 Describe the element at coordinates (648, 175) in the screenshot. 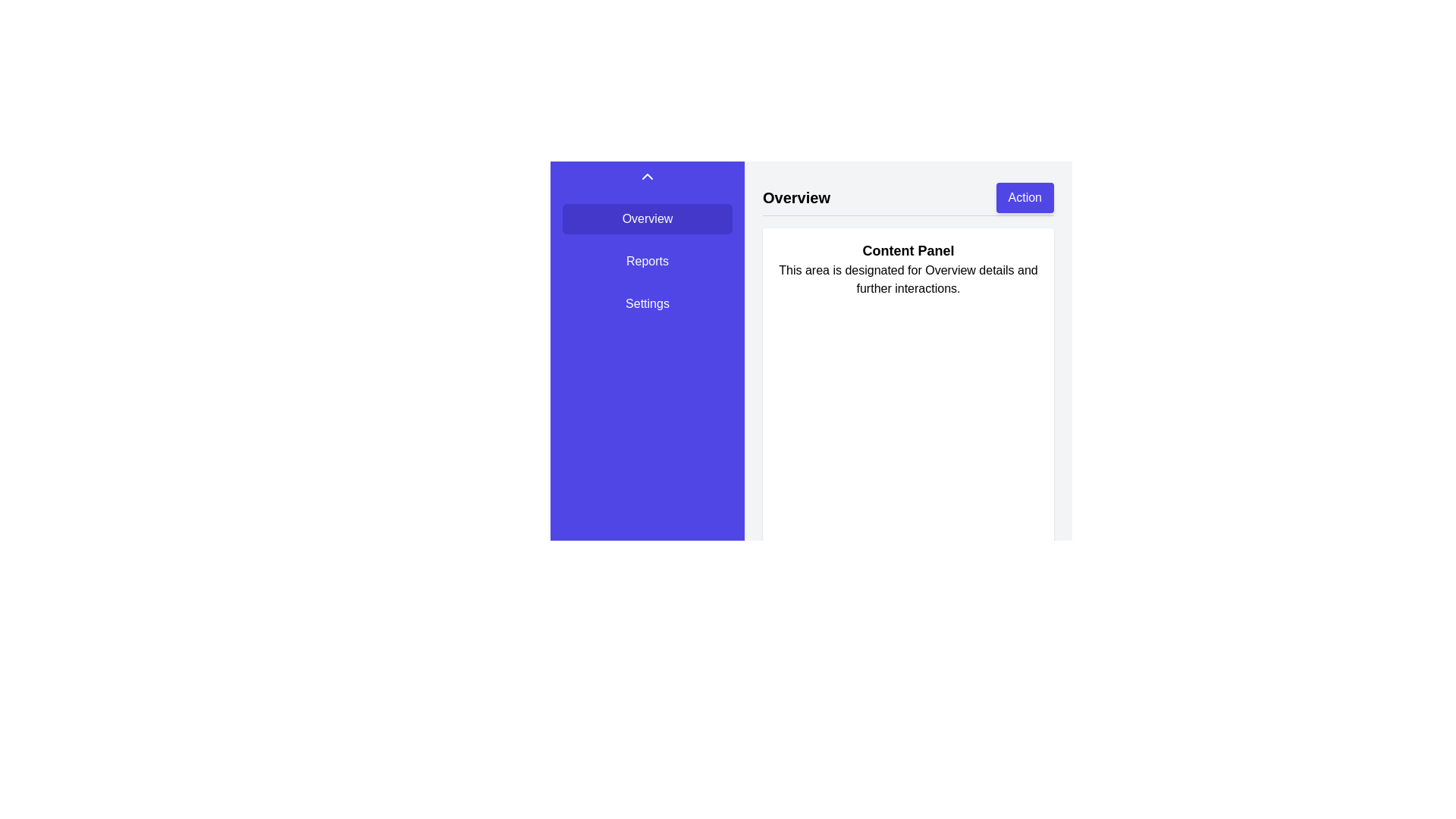

I see `the icon that indicates collapsing or expanding a menu, located at the top center of the purple navigation panel above the 'Overview', 'Reports', and 'Settings' menu options` at that location.